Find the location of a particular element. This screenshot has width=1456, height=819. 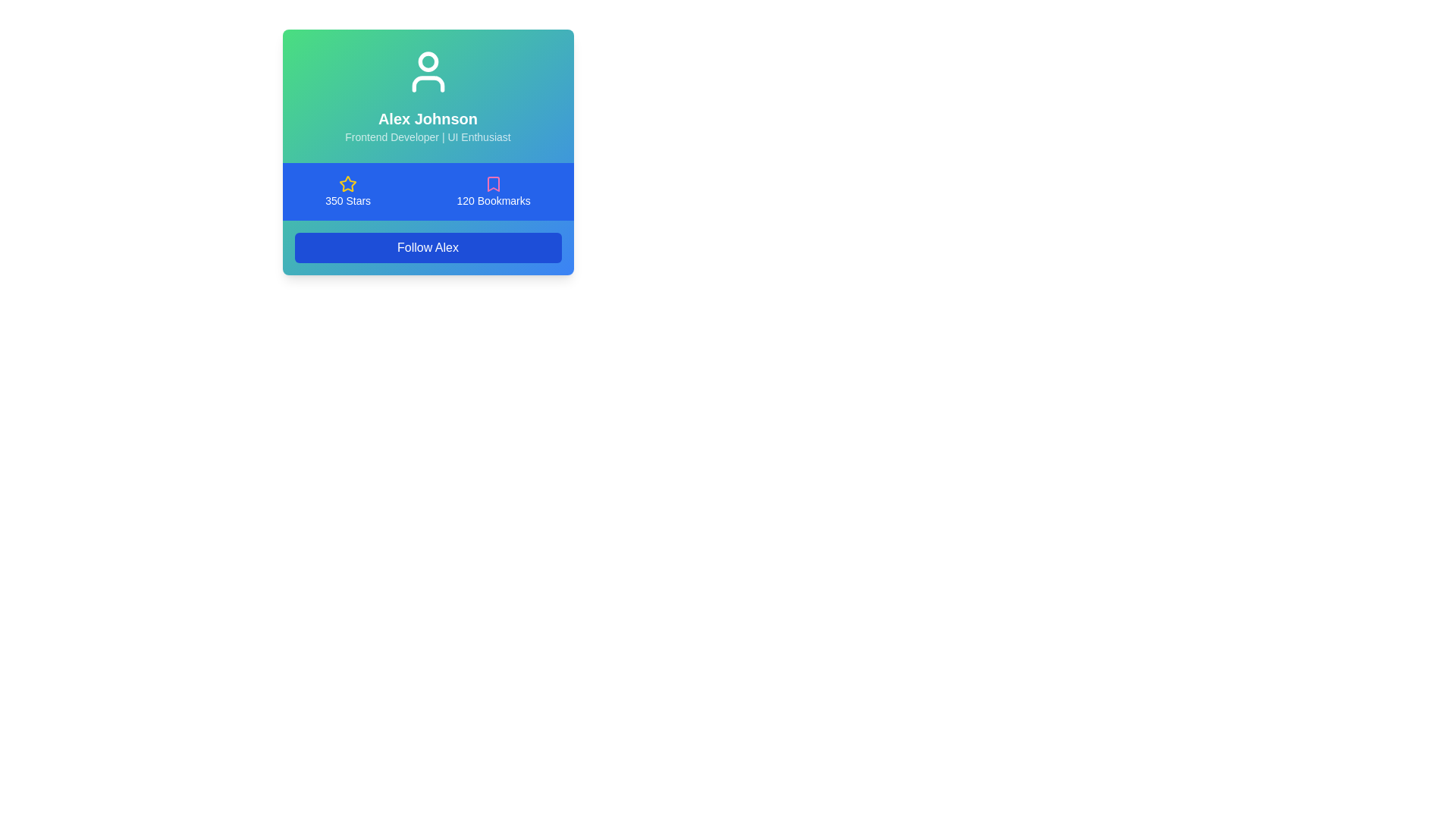

the user icon, which is a silhouette of a person's upper body styled with rounded lines, displayed in white on a gradient green-blue background, located at the top-center of a profile card is located at coordinates (427, 72).